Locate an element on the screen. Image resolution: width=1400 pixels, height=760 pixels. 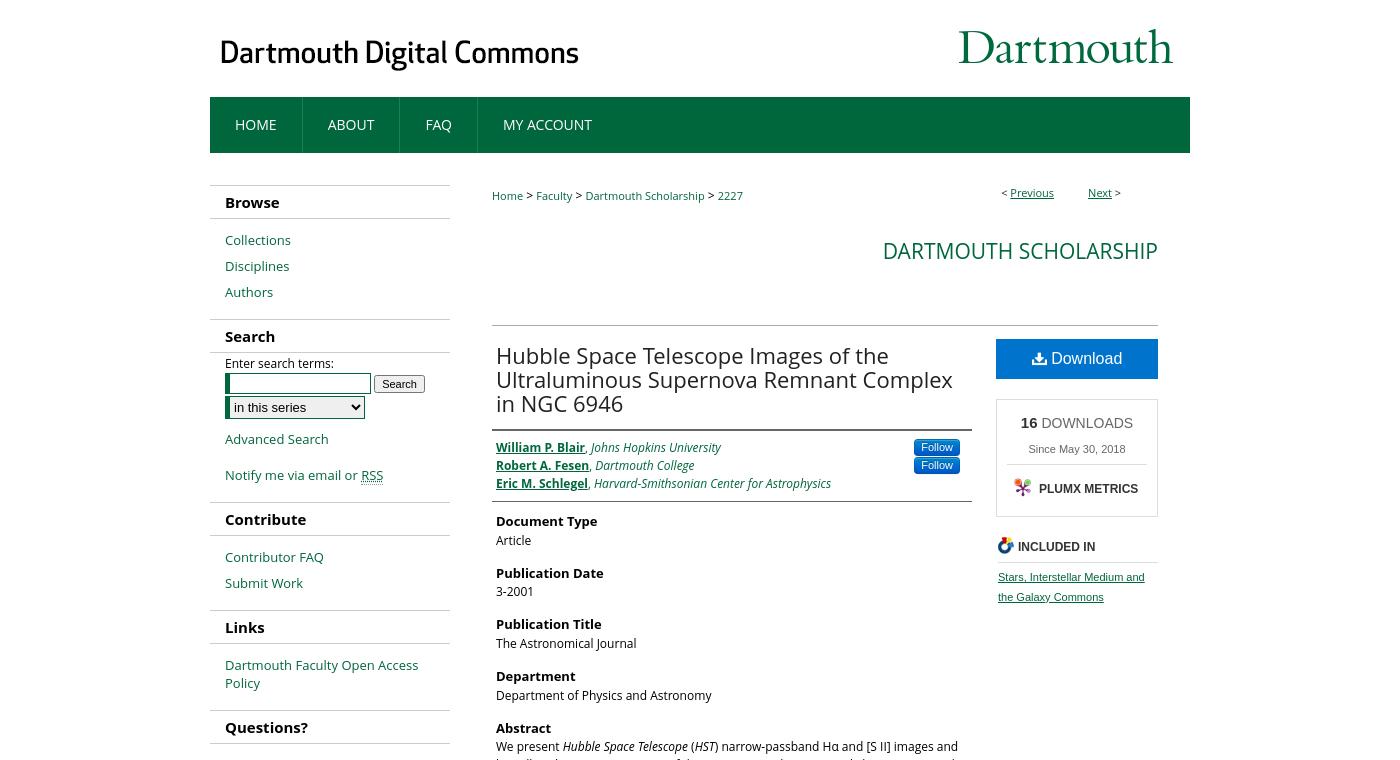
'Links' is located at coordinates (244, 625).